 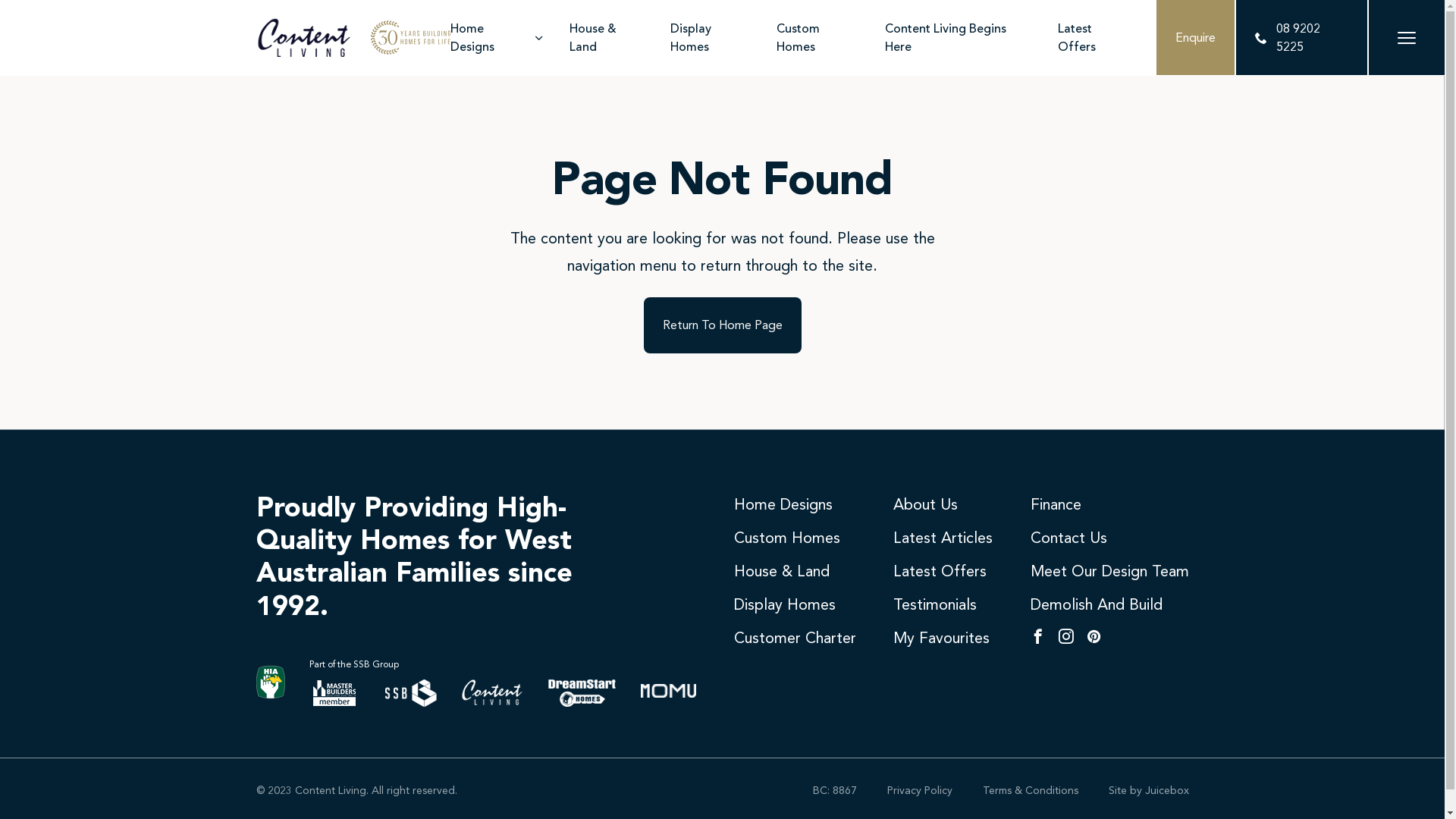 I want to click on 'Testimonials', so click(x=934, y=604).